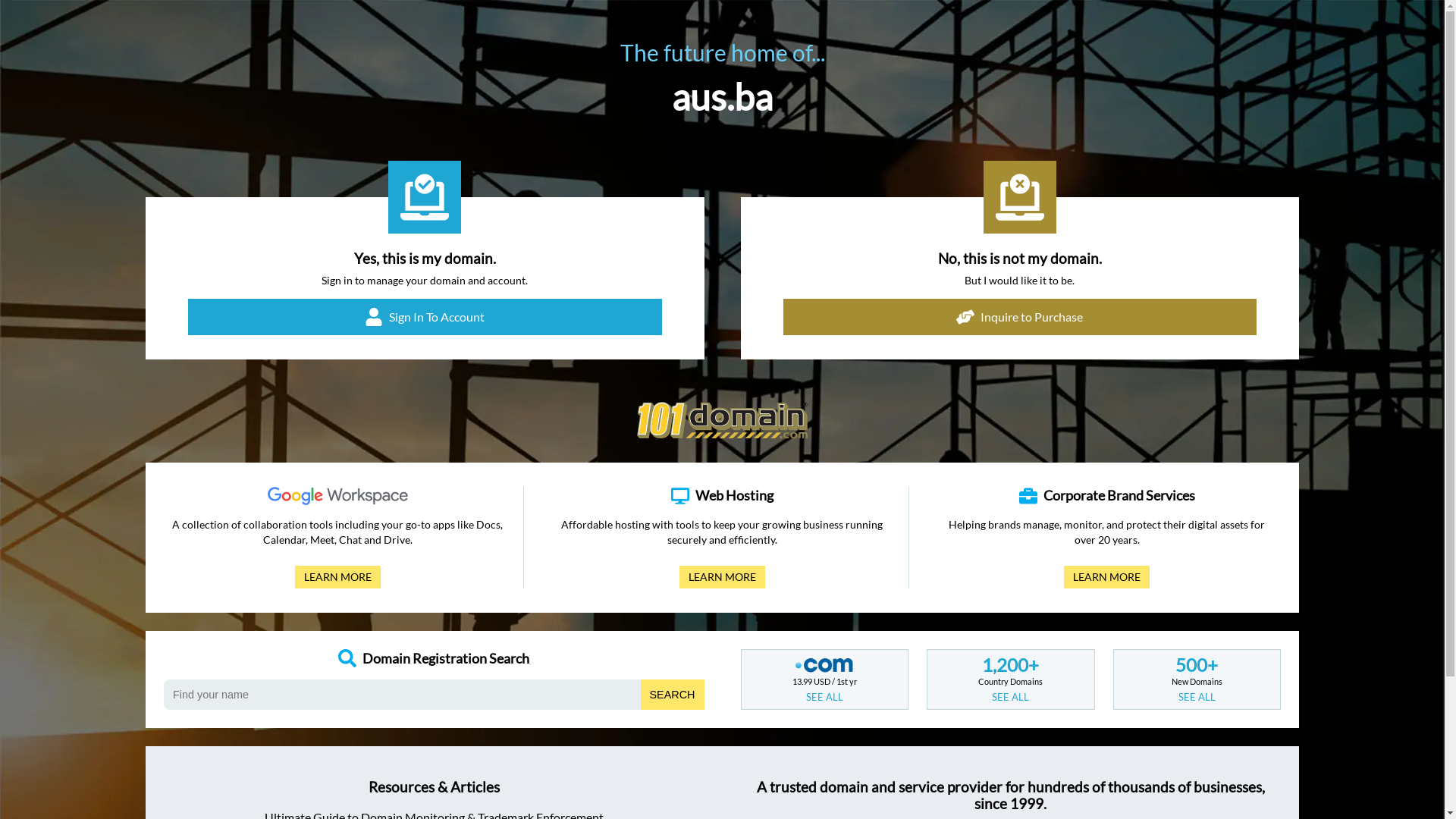  What do you see at coordinates (337, 576) in the screenshot?
I see `'LEARN MORE'` at bounding box center [337, 576].